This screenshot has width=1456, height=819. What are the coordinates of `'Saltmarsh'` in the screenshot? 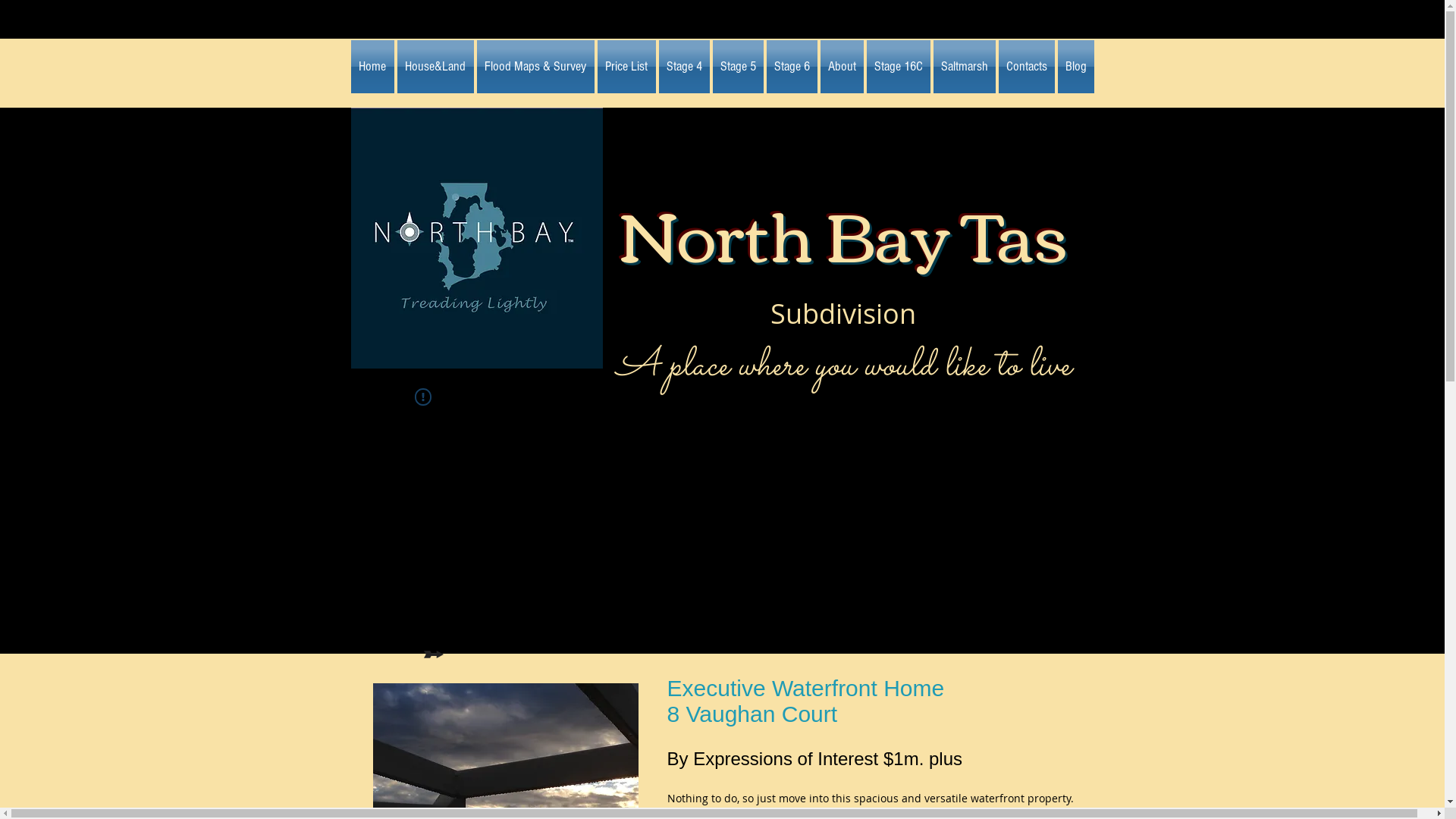 It's located at (963, 66).